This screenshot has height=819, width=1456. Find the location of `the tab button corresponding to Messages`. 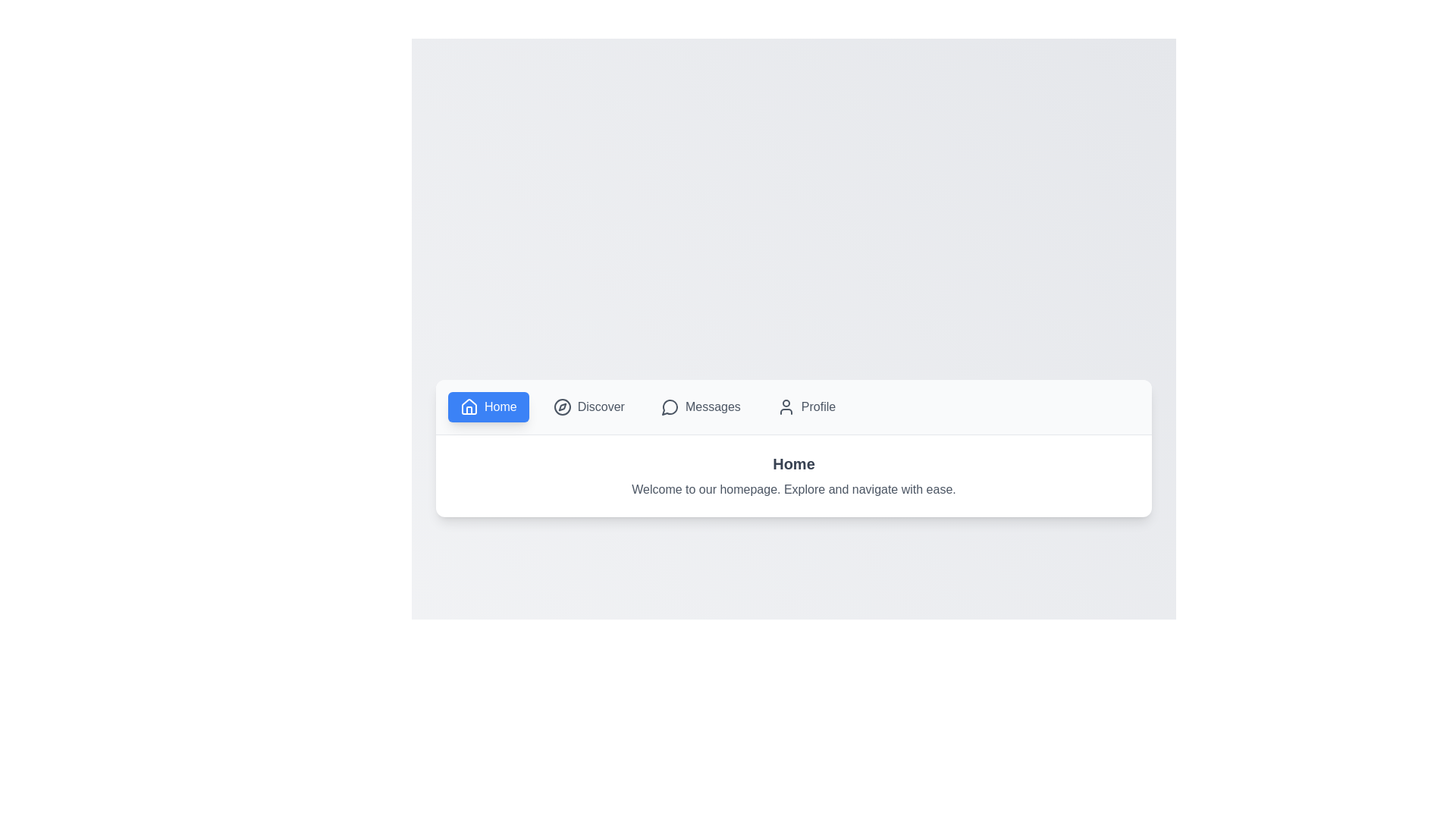

the tab button corresponding to Messages is located at coordinates (700, 406).